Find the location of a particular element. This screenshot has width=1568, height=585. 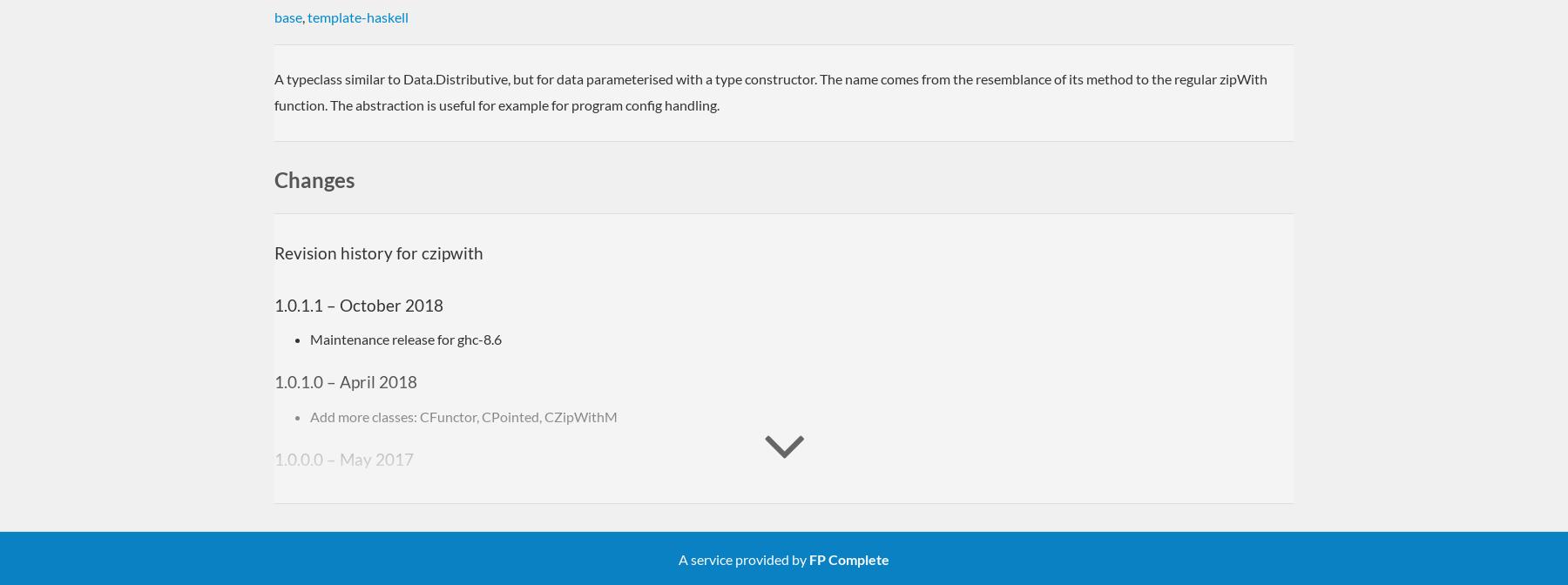

'1.0.1.0  – April 2018' is located at coordinates (346, 381).